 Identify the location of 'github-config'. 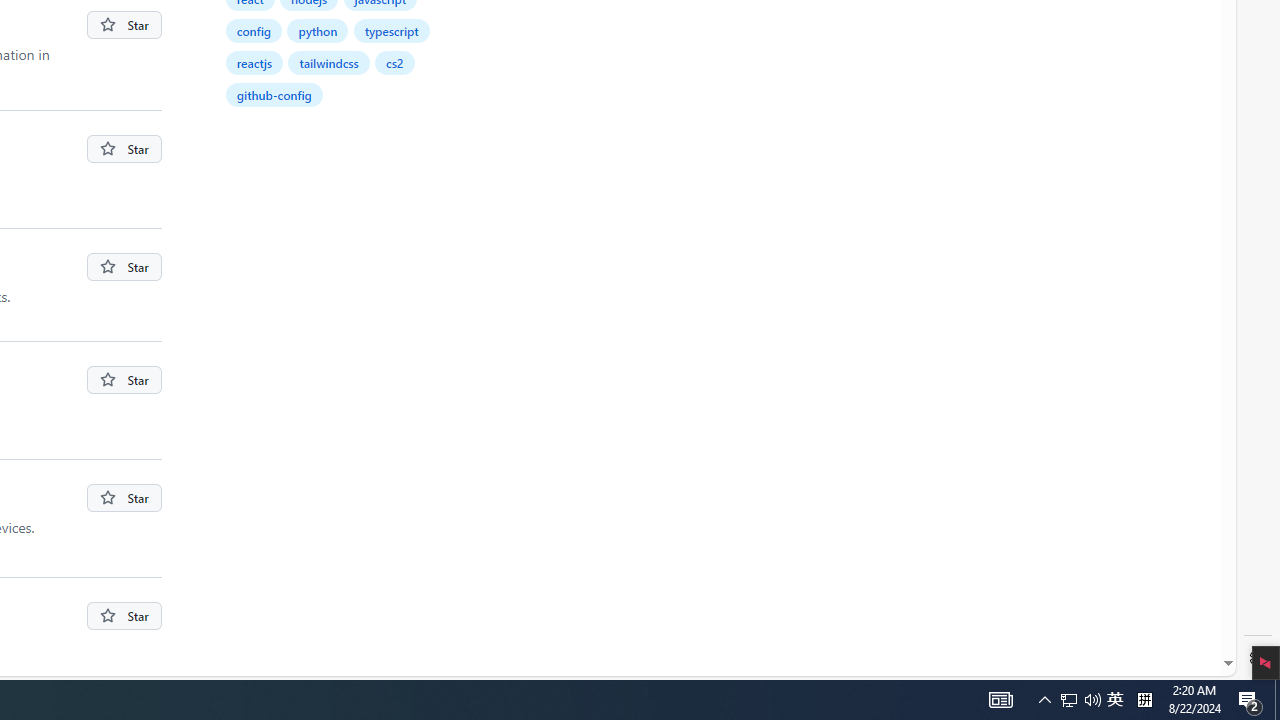
(274, 95).